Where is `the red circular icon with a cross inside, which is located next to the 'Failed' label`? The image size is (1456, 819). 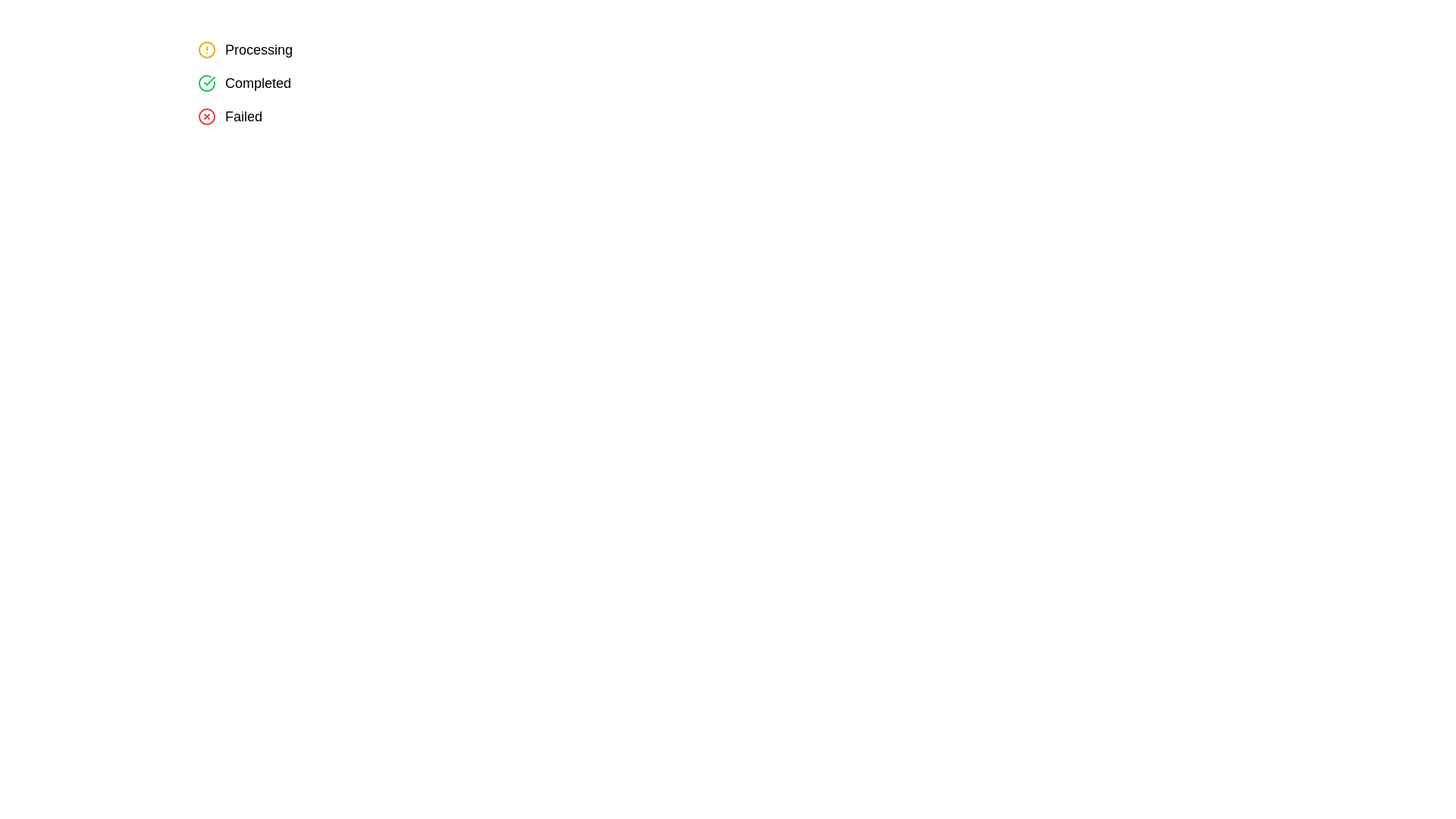
the red circular icon with a cross inside, which is located next to the 'Failed' label is located at coordinates (206, 116).